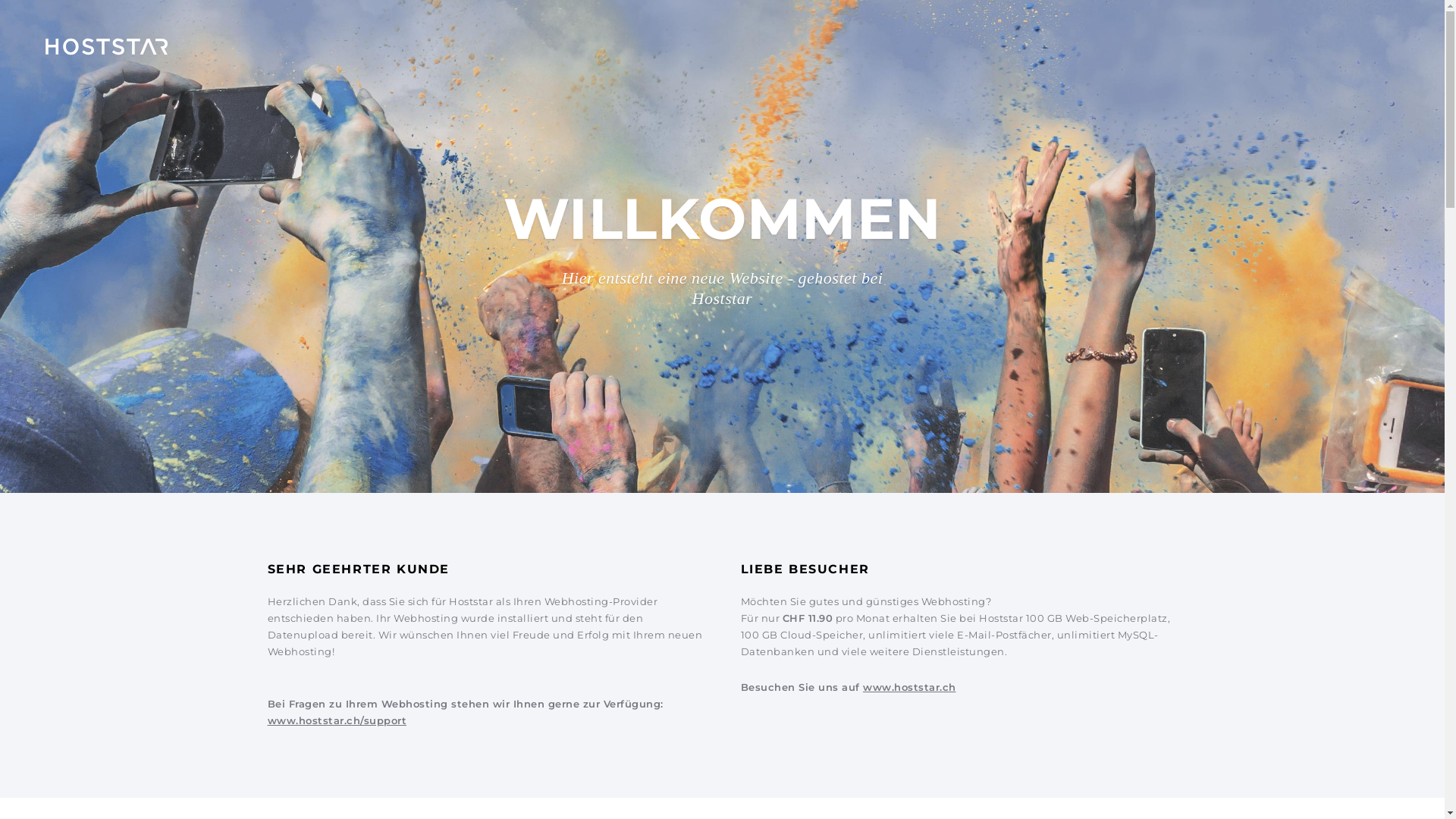  What do you see at coordinates (336, 719) in the screenshot?
I see `'www.hoststar.ch/support'` at bounding box center [336, 719].